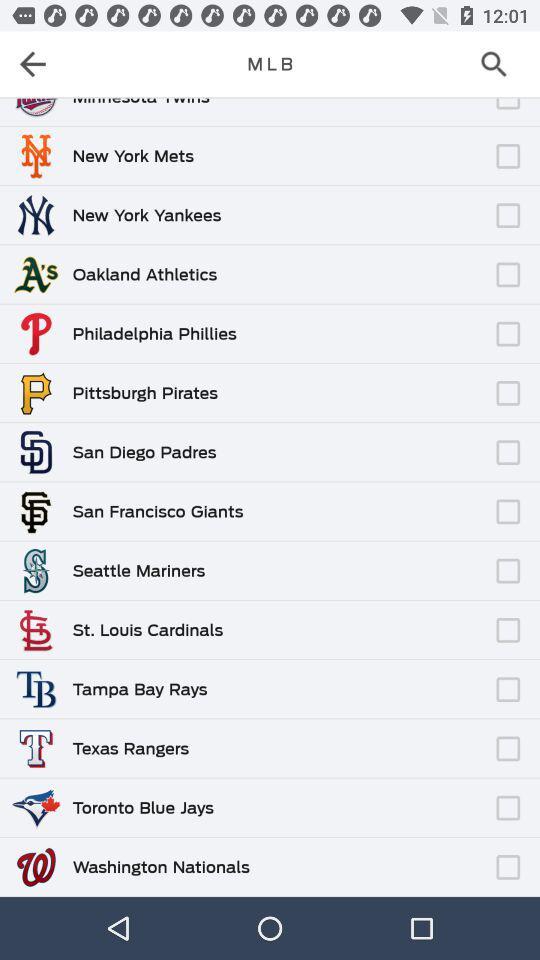 Image resolution: width=540 pixels, height=960 pixels. What do you see at coordinates (346, 561) in the screenshot?
I see `icon to the right of the seattle mariners` at bounding box center [346, 561].